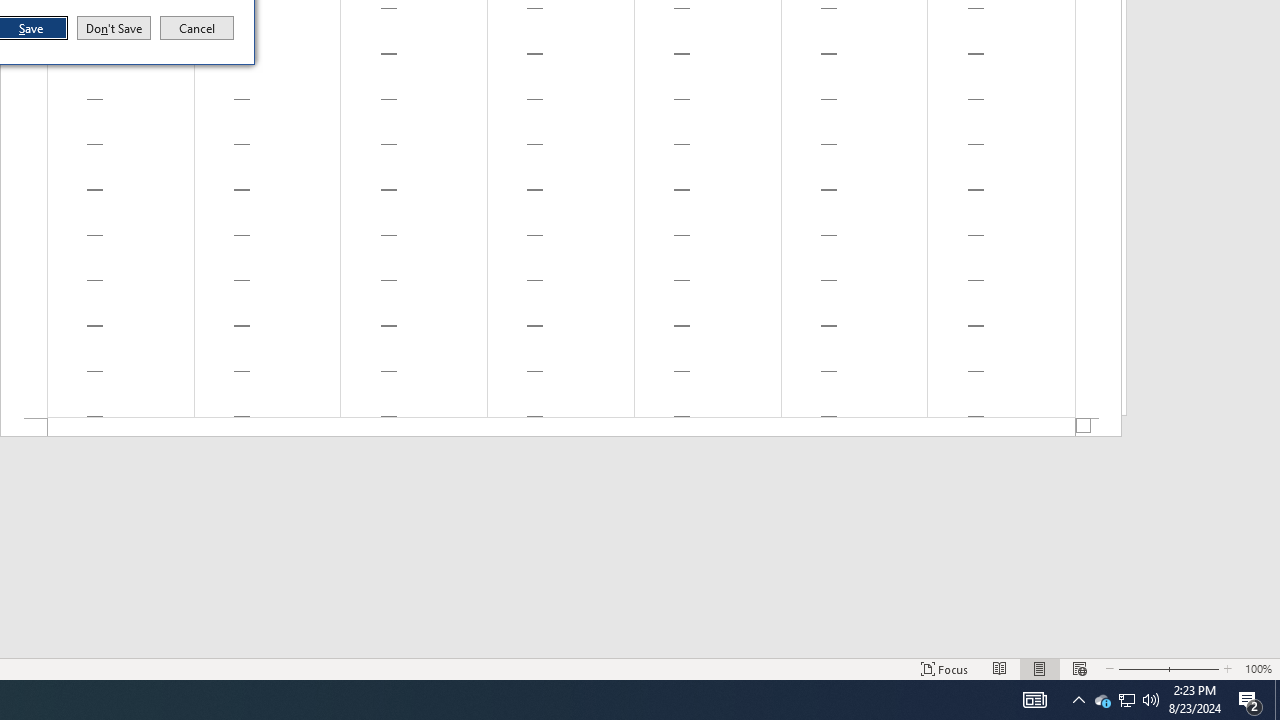 This screenshot has width=1280, height=720. I want to click on 'User Promoted Notification Area', so click(1127, 698).